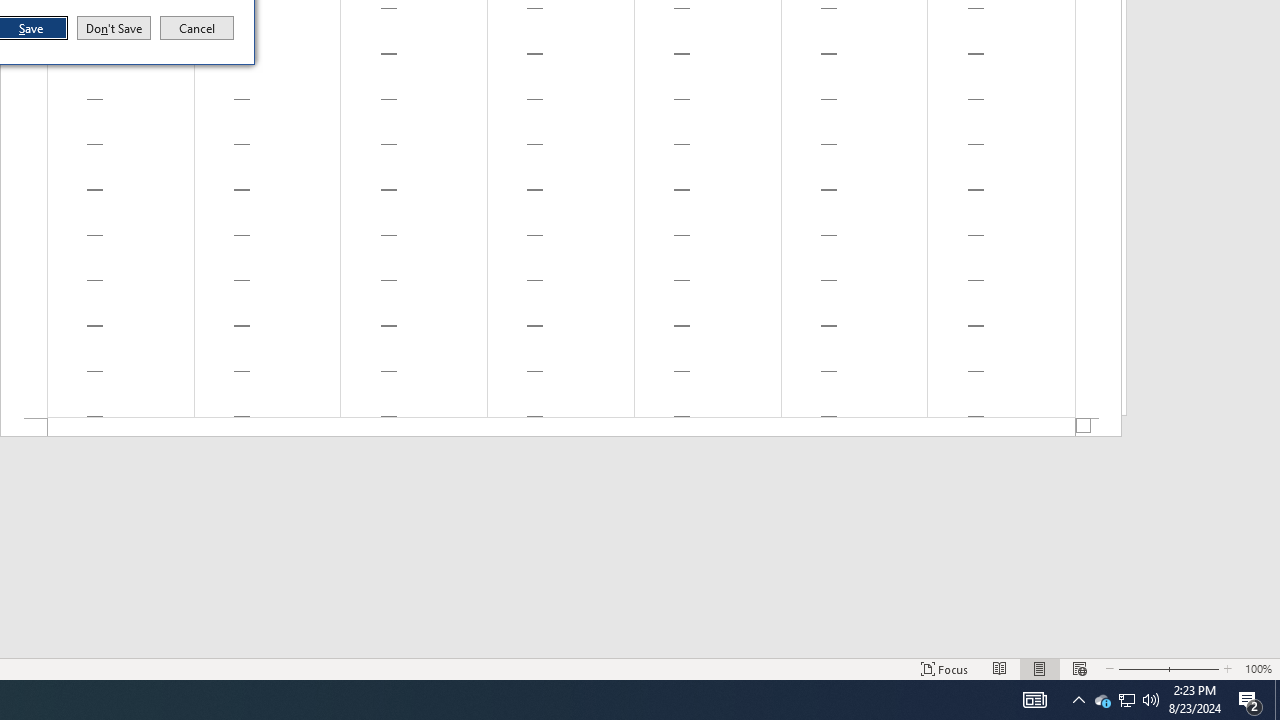 This screenshot has width=1280, height=720. I want to click on 'User Promoted Notification Area', so click(1127, 698).